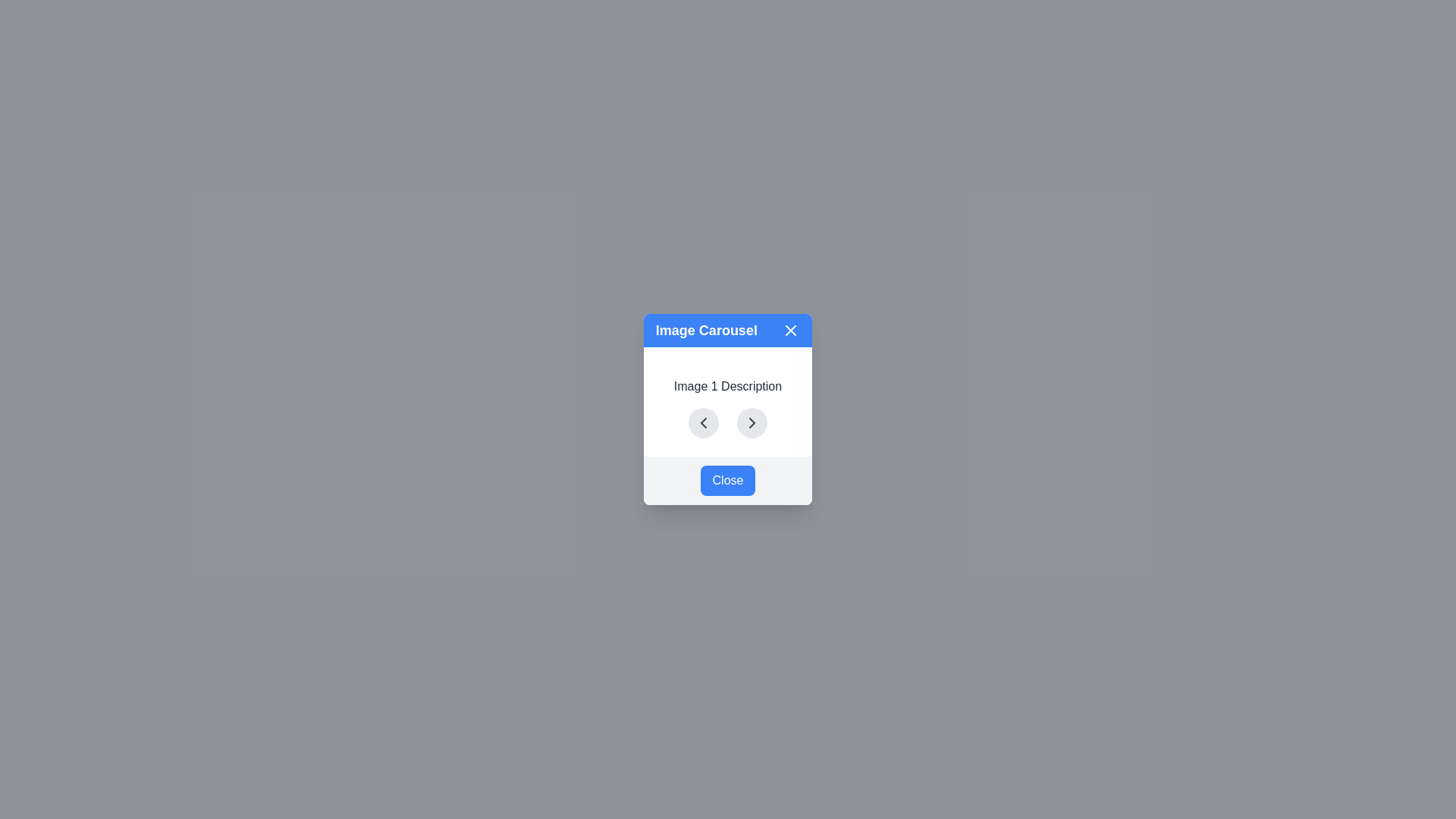 Image resolution: width=1456 pixels, height=819 pixels. I want to click on the buttons in the modal dialog box for the image carousel, so click(728, 409).